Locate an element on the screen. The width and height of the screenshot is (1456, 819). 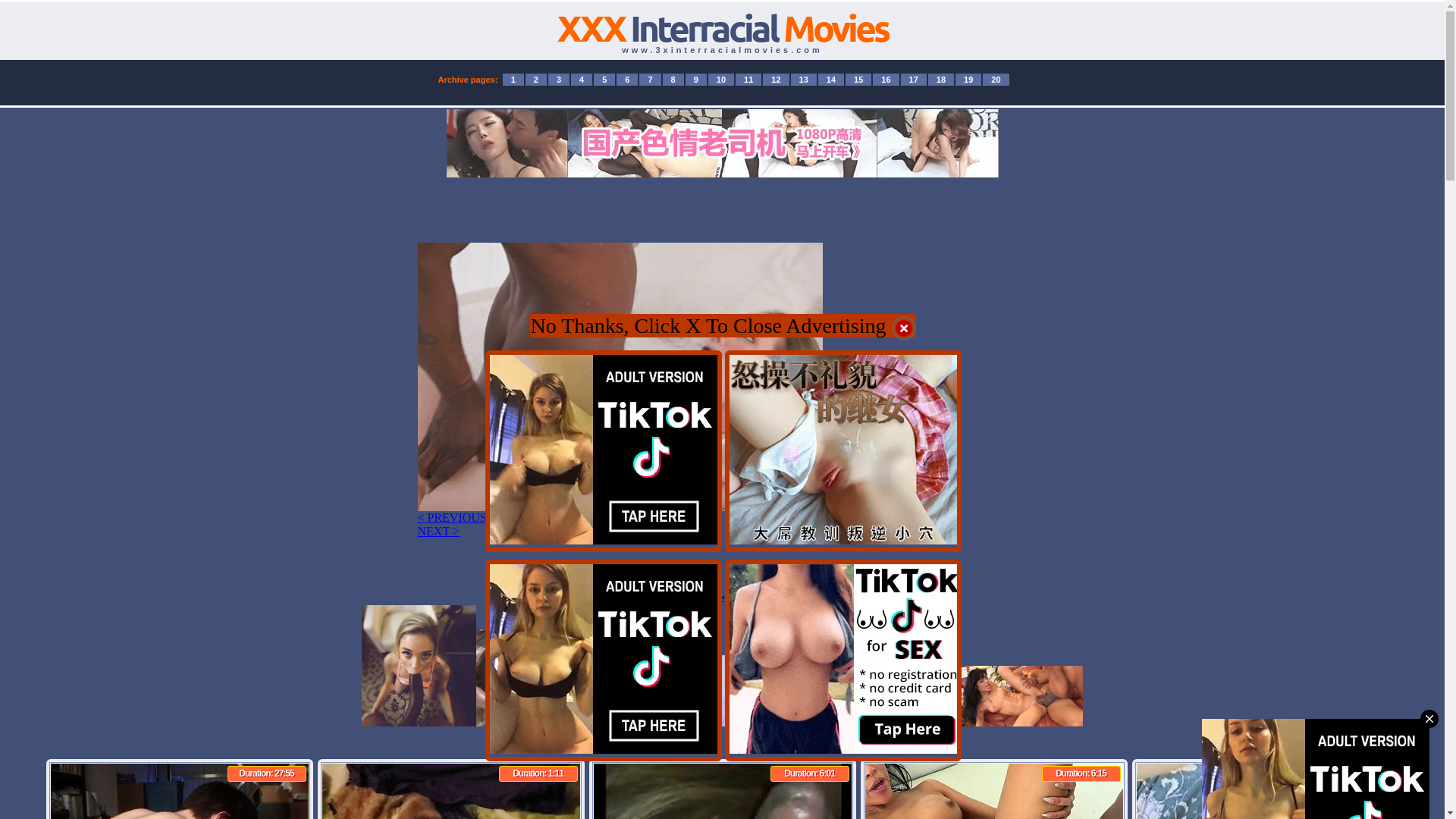
'18' is located at coordinates (940, 79).